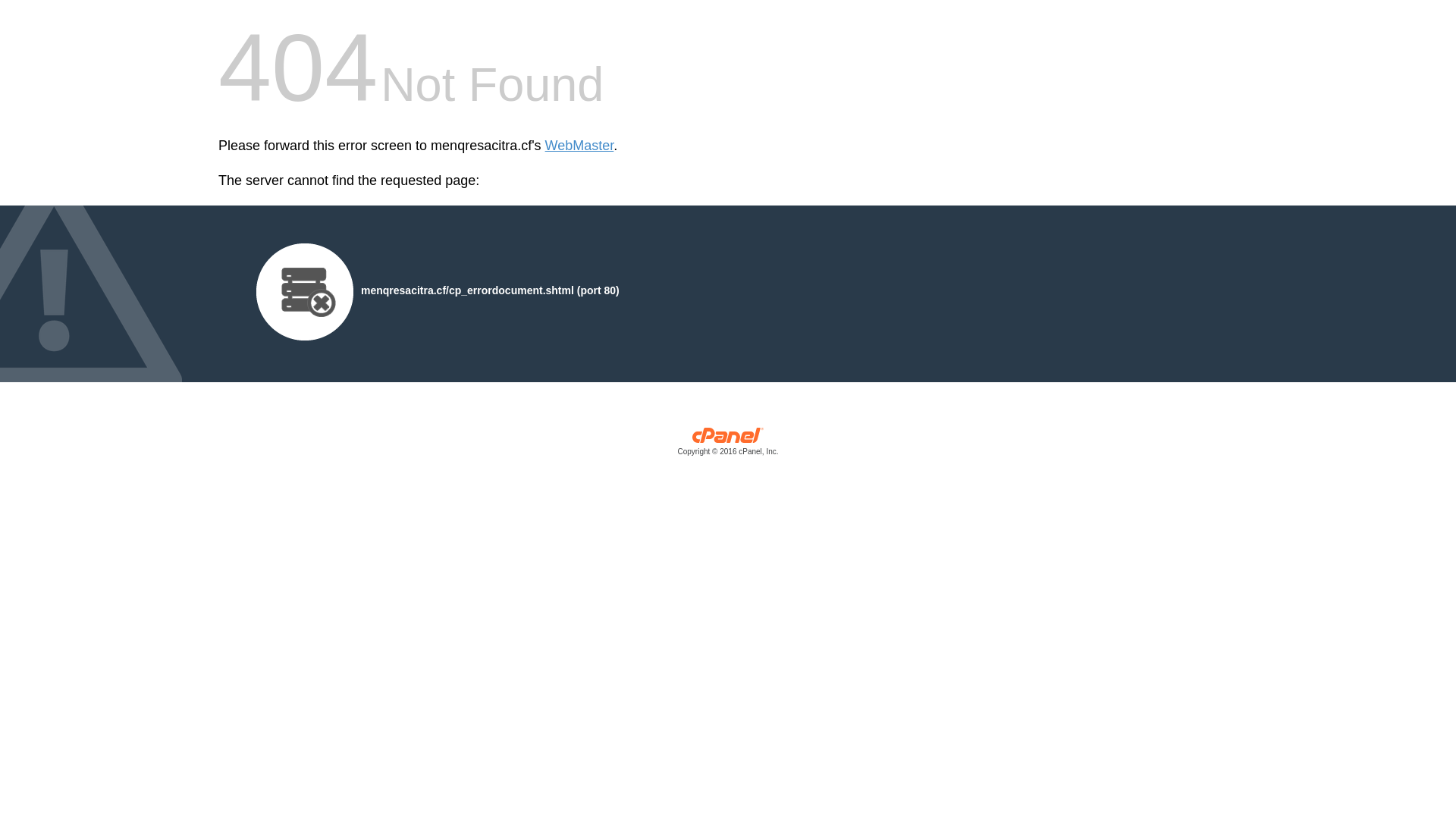 This screenshot has height=819, width=1456. What do you see at coordinates (545, 146) in the screenshot?
I see `'WebMaster'` at bounding box center [545, 146].